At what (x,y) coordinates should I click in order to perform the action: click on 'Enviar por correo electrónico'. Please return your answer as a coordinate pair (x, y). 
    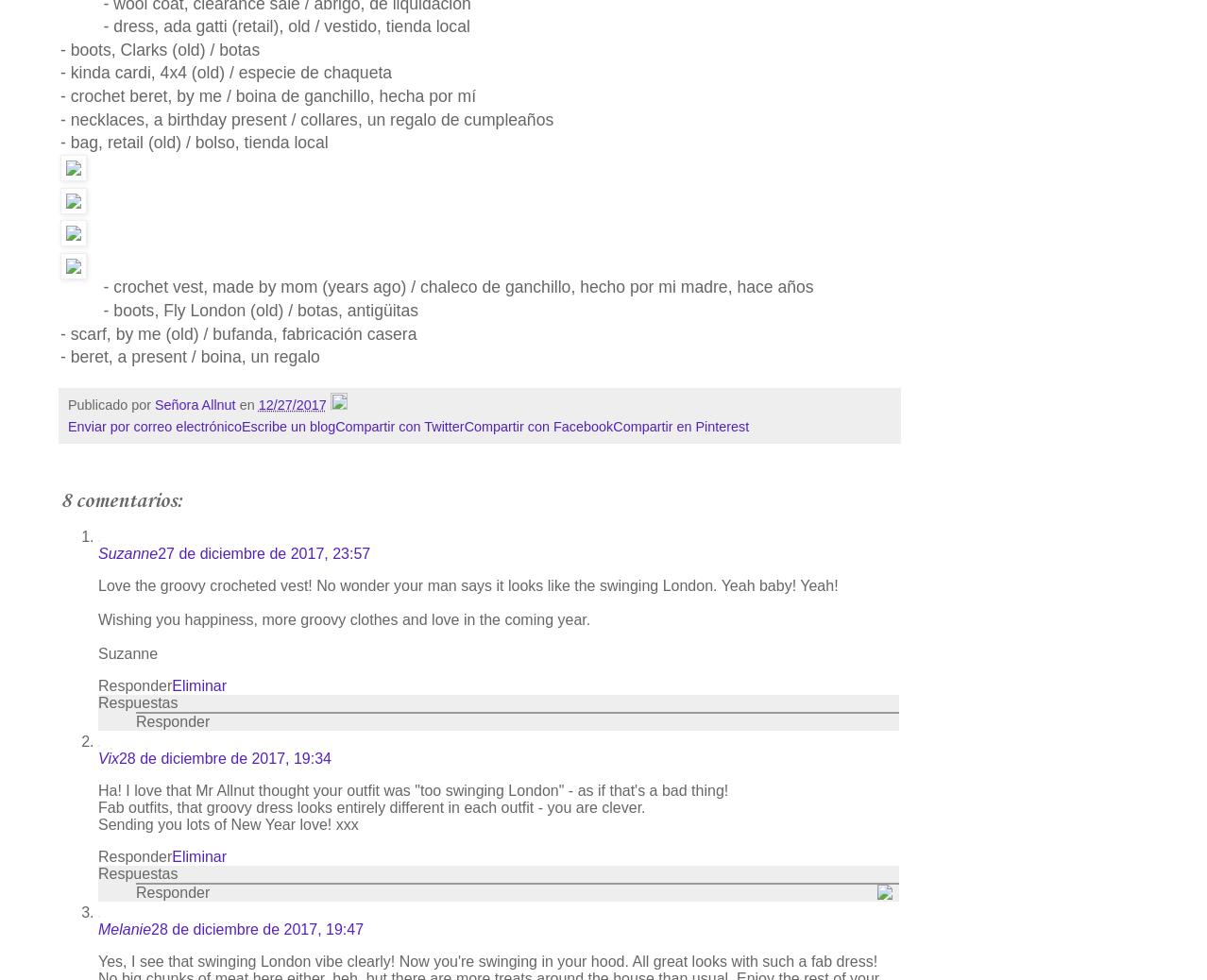
    Looking at the image, I should click on (154, 427).